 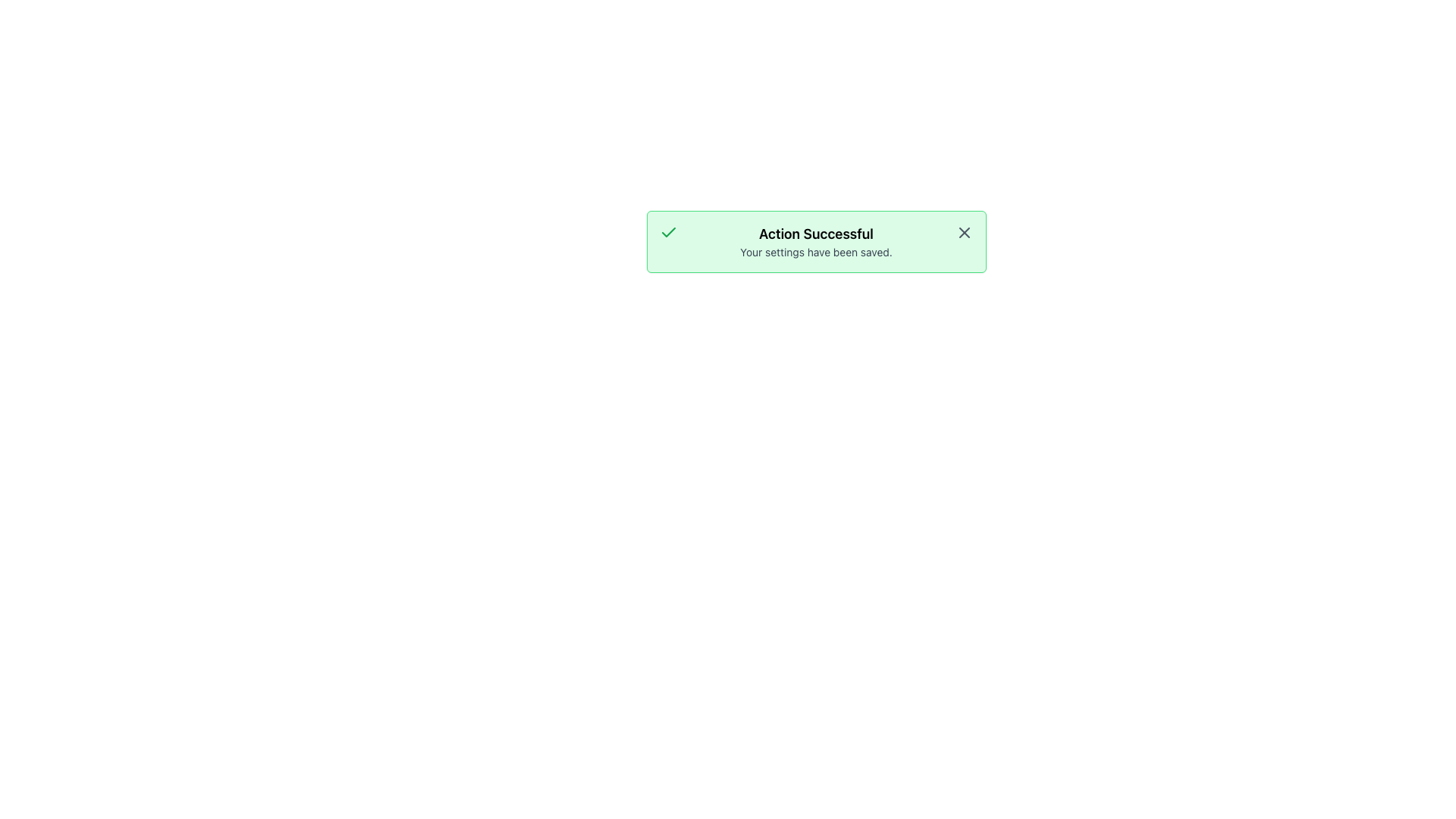 What do you see at coordinates (815, 251) in the screenshot?
I see `message 'Your settings have been saved.' displayed in smaller gray font under the bold text 'Action Successful' in the notification box` at bounding box center [815, 251].